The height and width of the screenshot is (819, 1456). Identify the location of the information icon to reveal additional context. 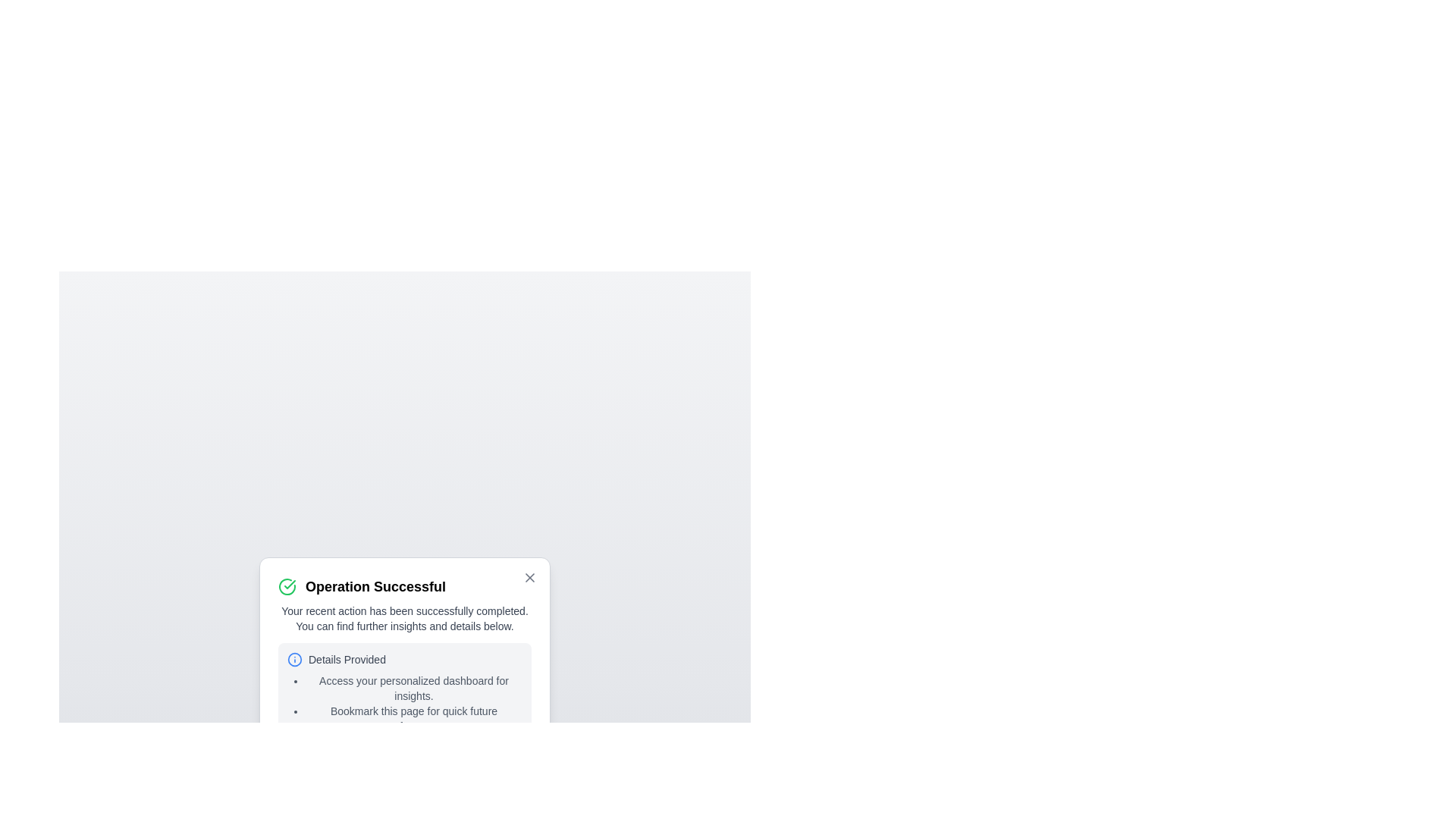
(294, 659).